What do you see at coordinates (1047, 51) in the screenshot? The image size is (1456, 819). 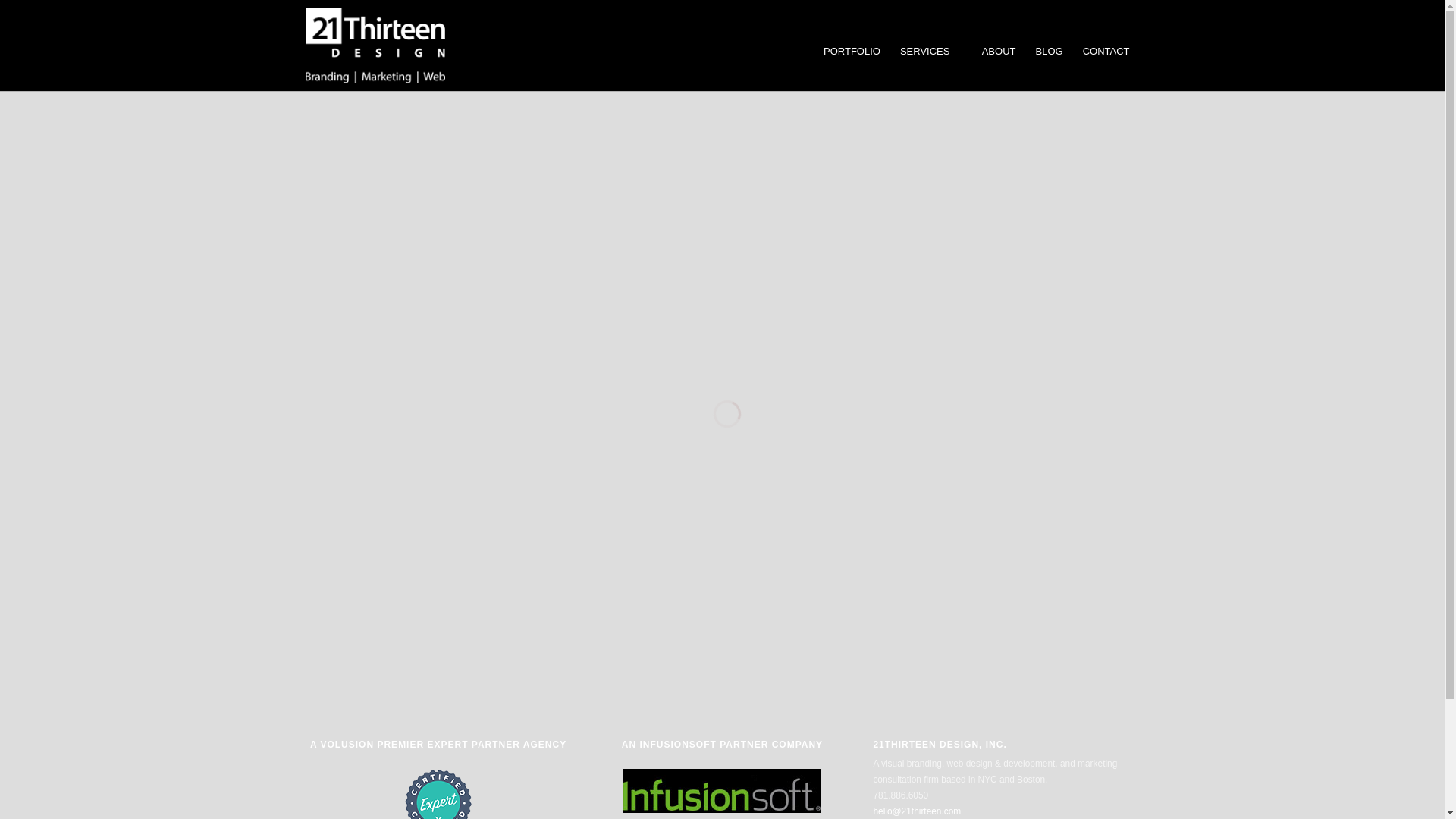 I see `'BLOG'` at bounding box center [1047, 51].